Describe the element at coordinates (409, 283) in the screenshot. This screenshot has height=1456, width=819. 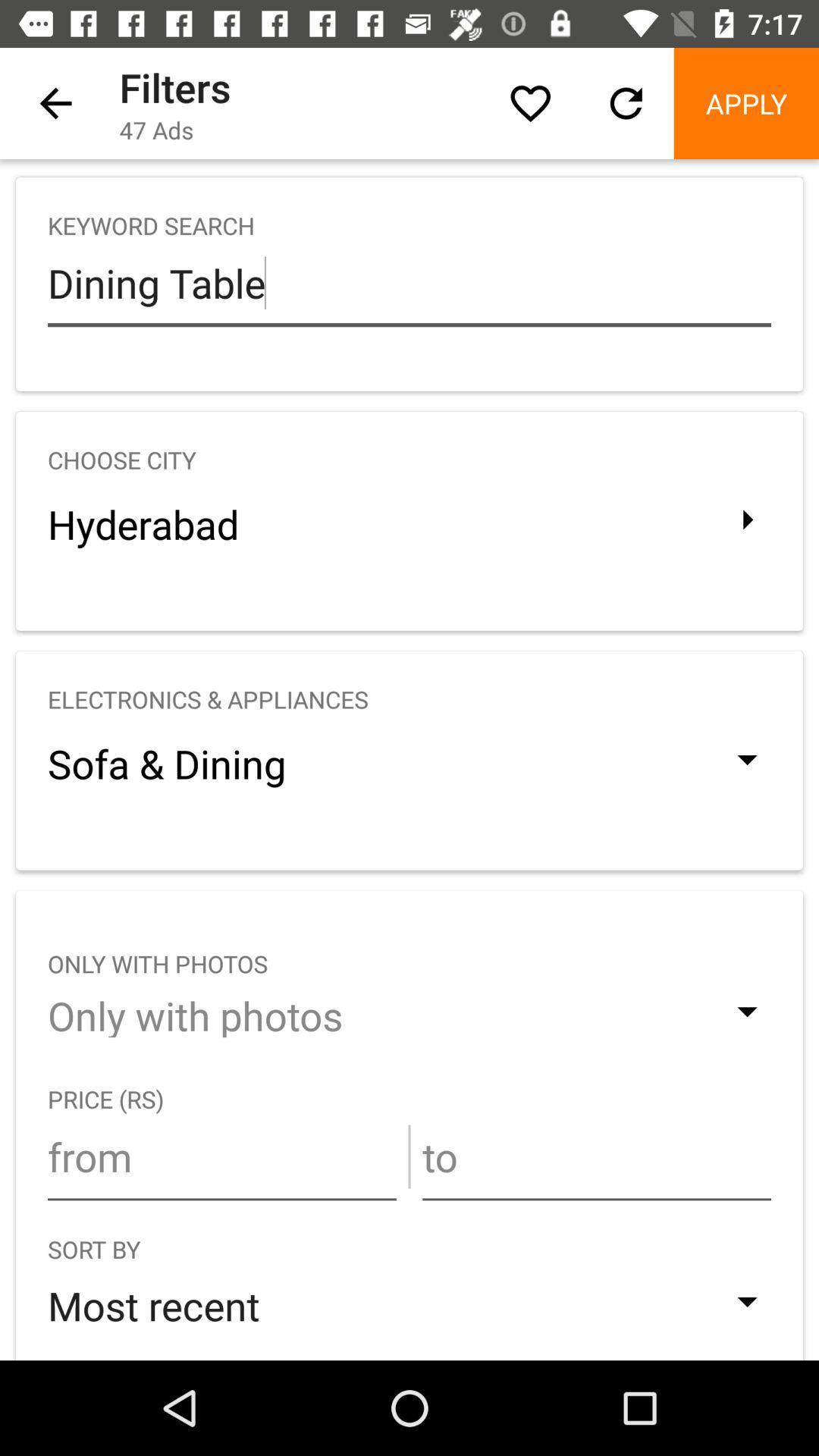
I see `the icon above the choose city` at that location.